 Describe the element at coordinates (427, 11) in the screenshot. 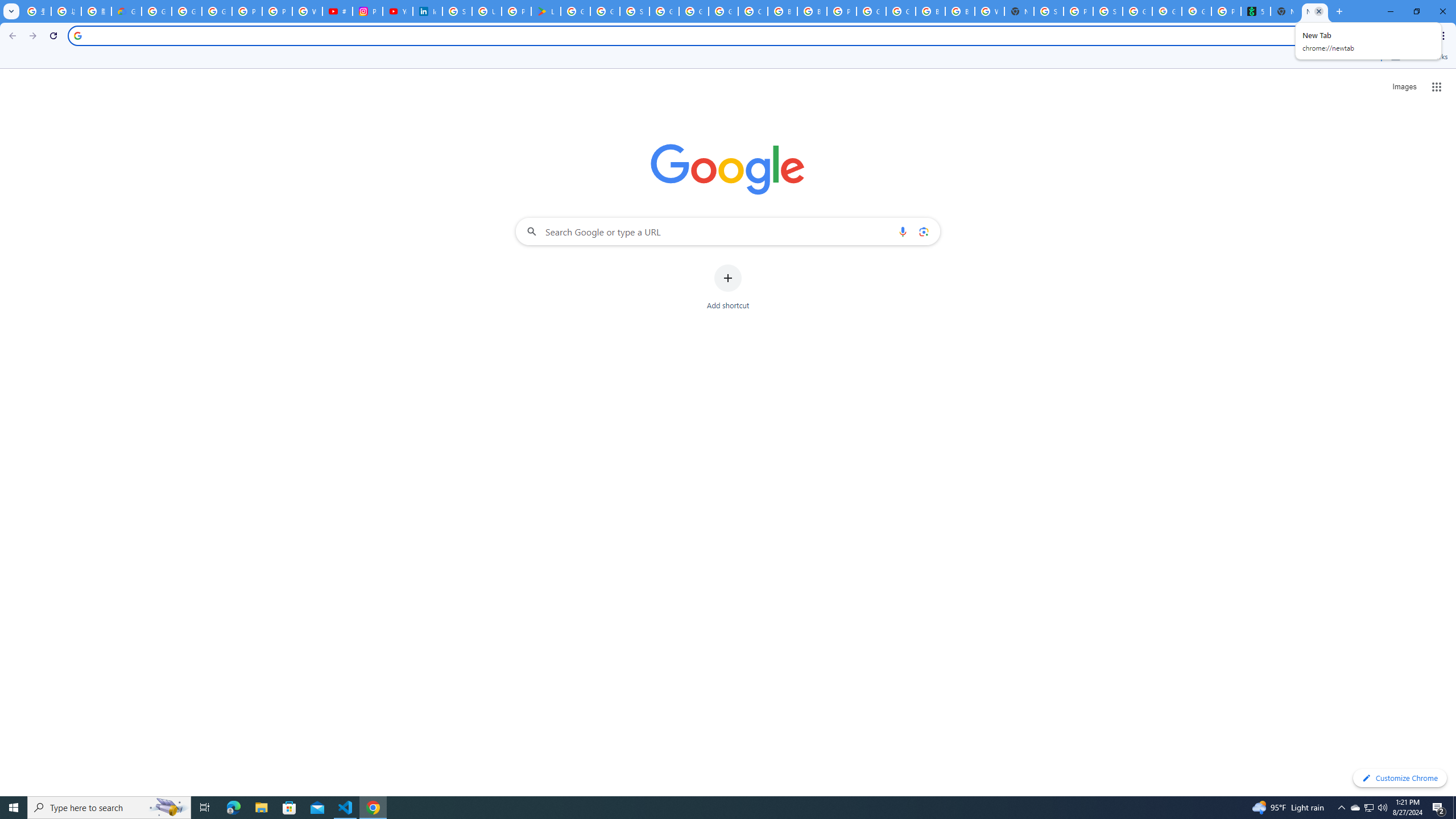

I see `'Identity verification via Persona | LinkedIn Help'` at that location.